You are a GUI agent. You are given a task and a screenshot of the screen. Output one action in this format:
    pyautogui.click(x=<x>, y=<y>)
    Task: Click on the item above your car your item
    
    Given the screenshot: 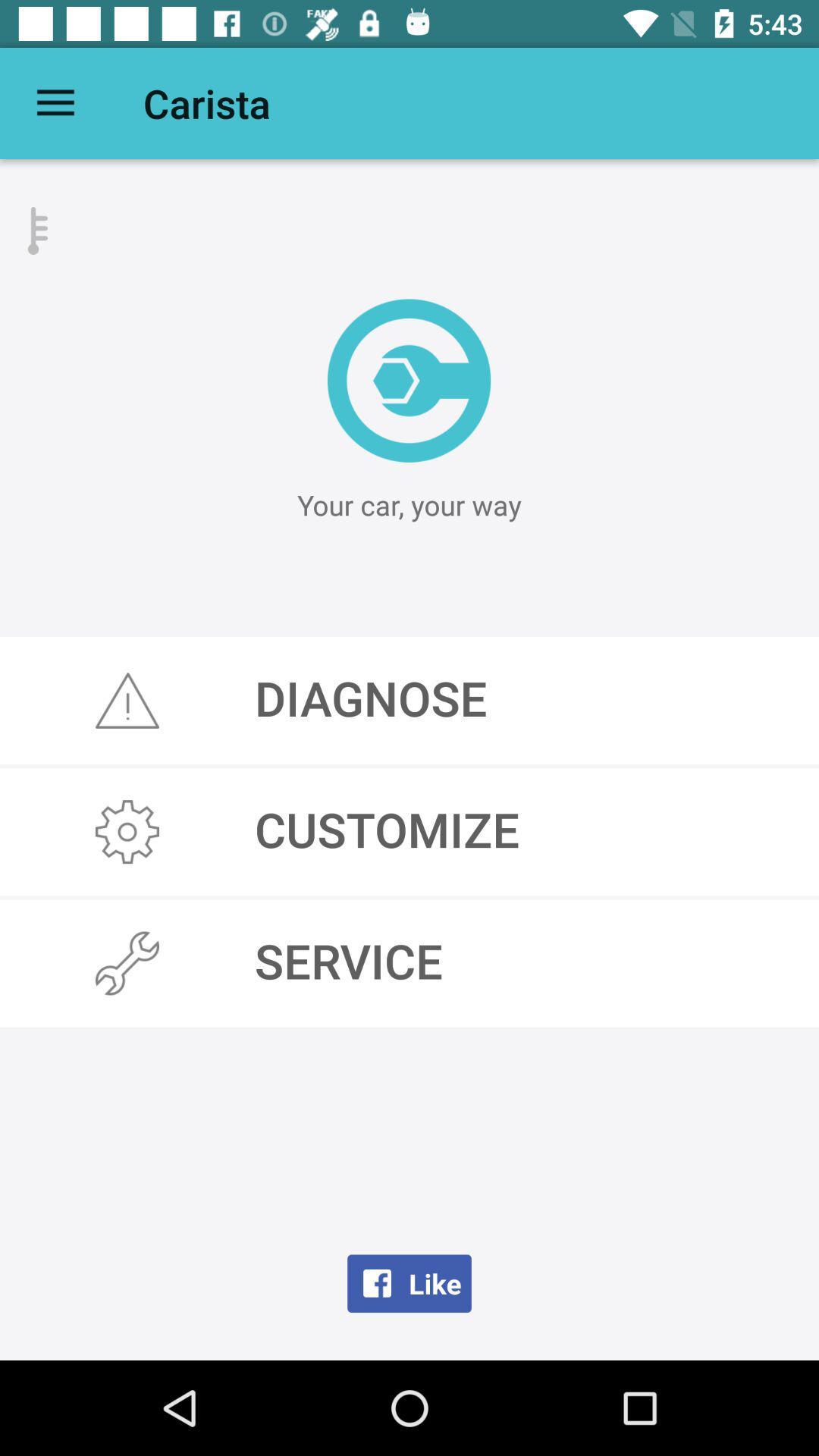 What is the action you would take?
    pyautogui.click(x=408, y=381)
    